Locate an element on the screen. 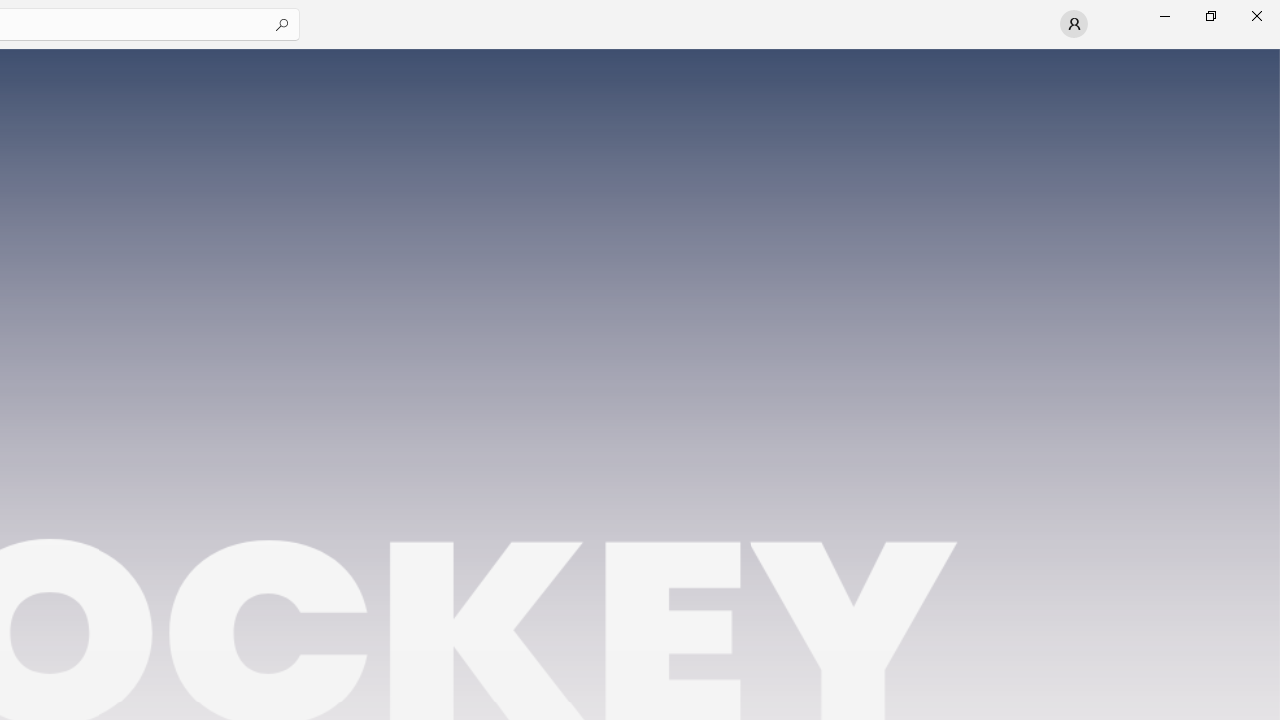 This screenshot has width=1280, height=720. 'Close Microsoft Store' is located at coordinates (1255, 15).